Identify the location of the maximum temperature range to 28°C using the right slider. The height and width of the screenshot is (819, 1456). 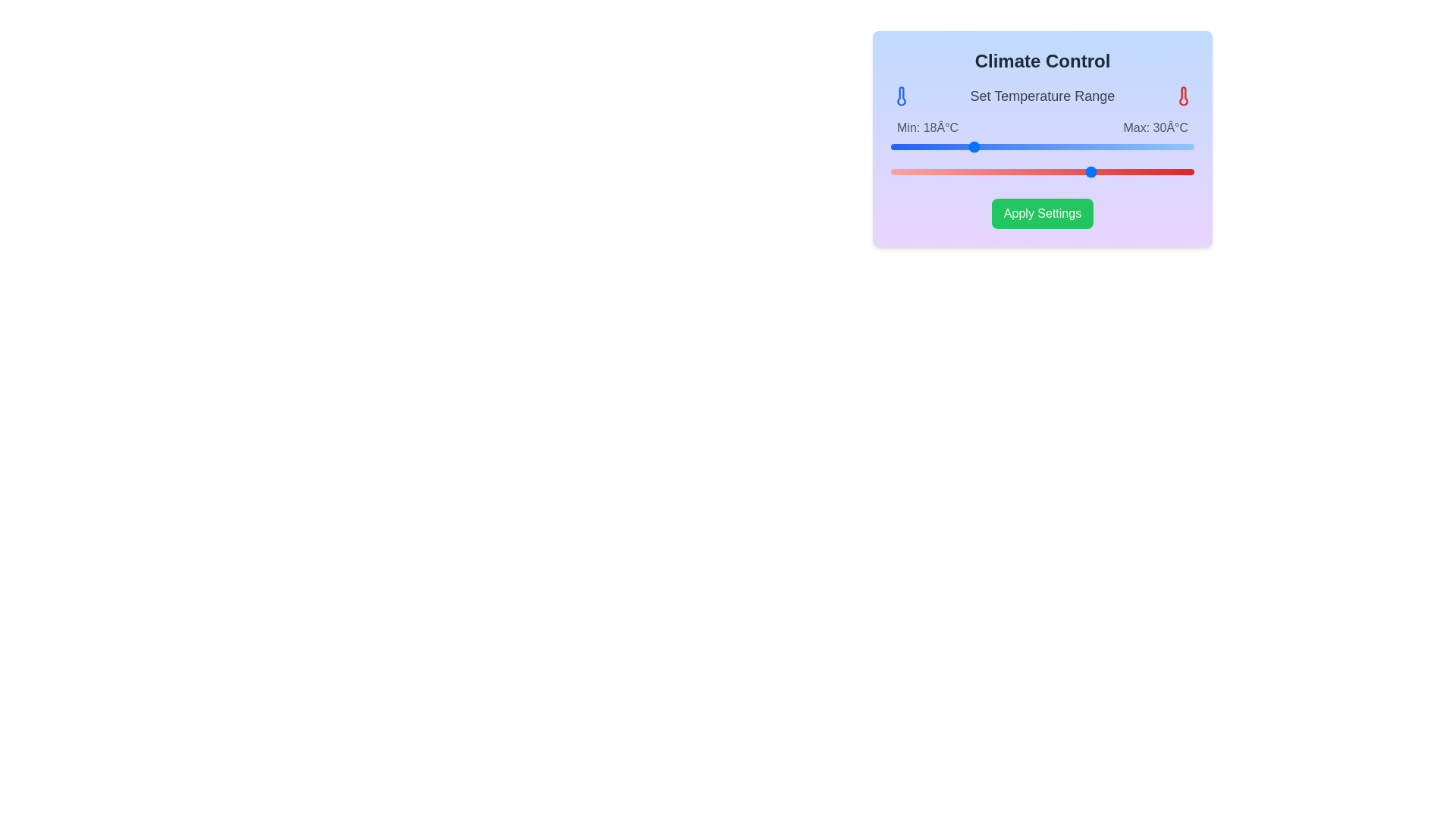
(1072, 171).